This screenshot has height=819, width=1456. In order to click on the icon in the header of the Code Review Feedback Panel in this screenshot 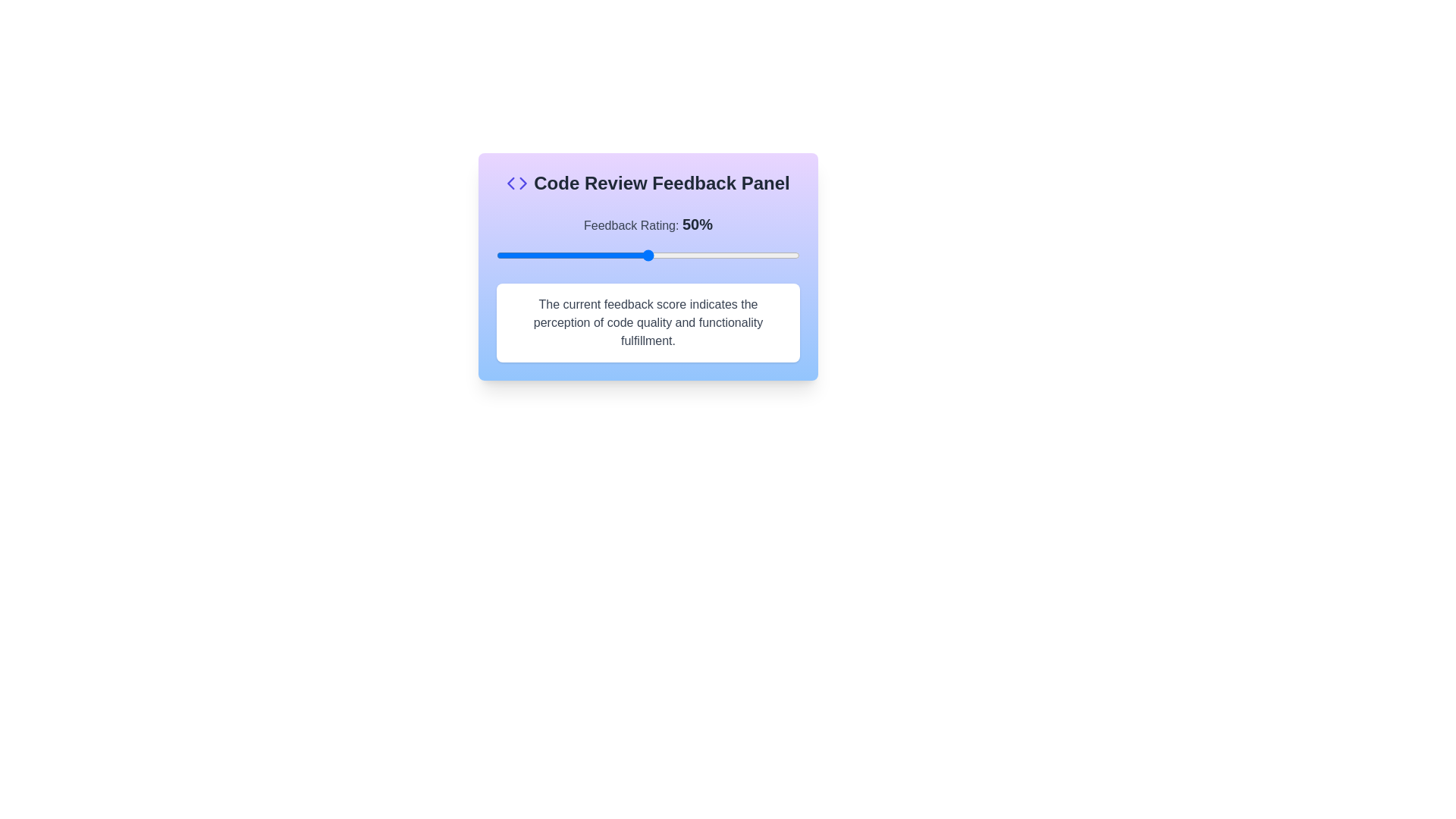, I will do `click(516, 183)`.